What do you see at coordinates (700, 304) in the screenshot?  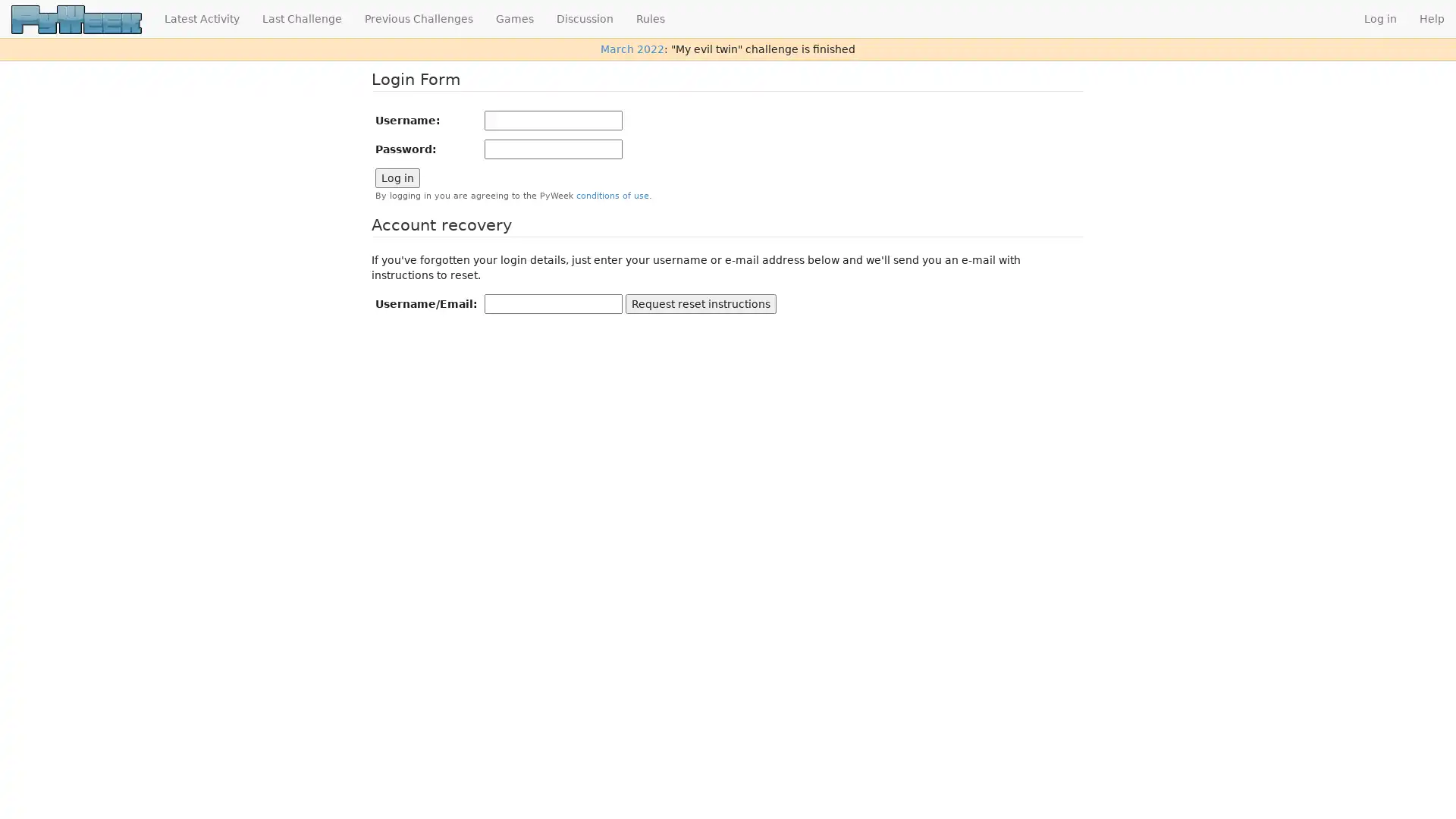 I see `Request reset instructions` at bounding box center [700, 304].